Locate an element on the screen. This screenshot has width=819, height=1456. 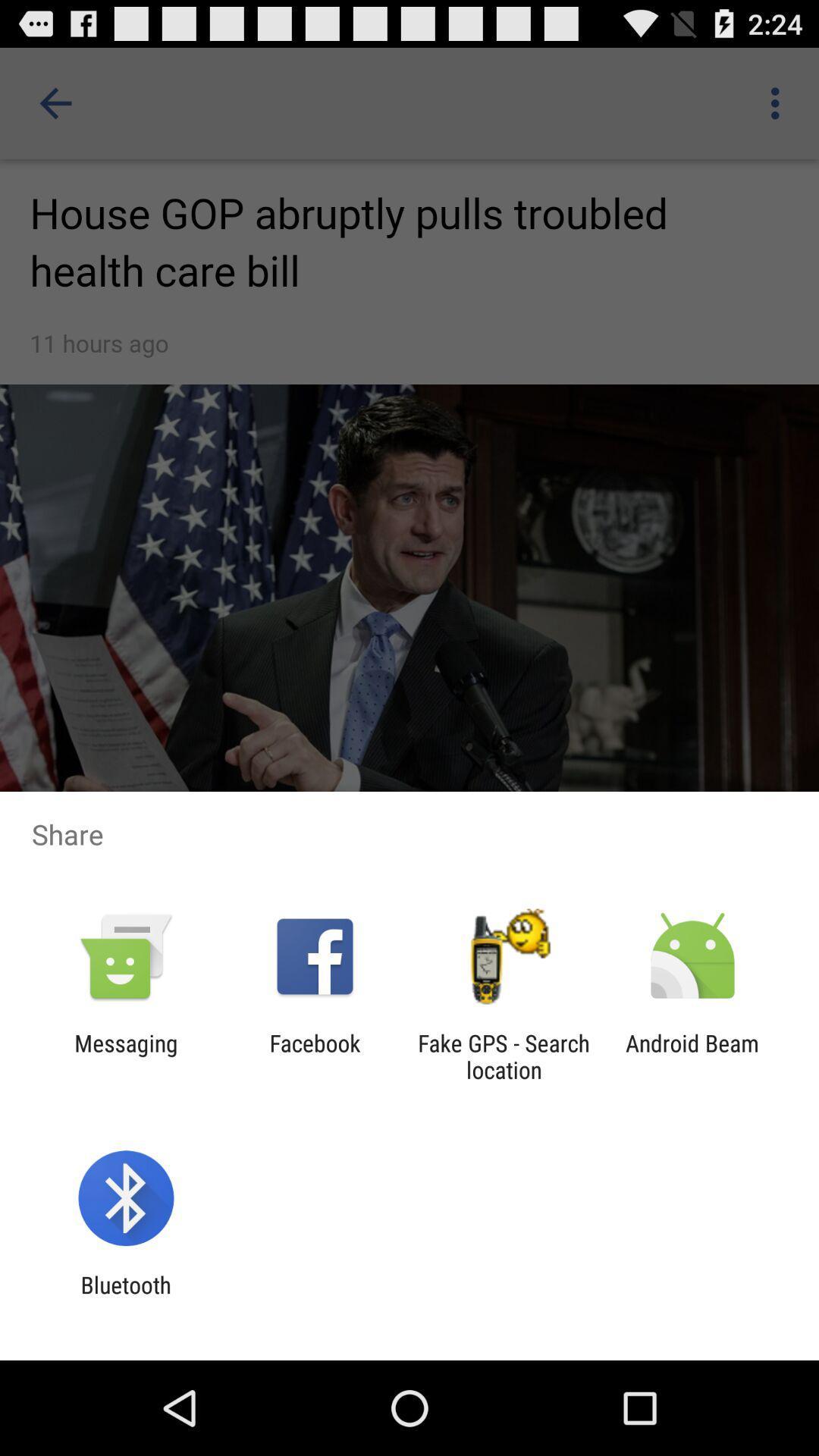
messaging item is located at coordinates (125, 1056).